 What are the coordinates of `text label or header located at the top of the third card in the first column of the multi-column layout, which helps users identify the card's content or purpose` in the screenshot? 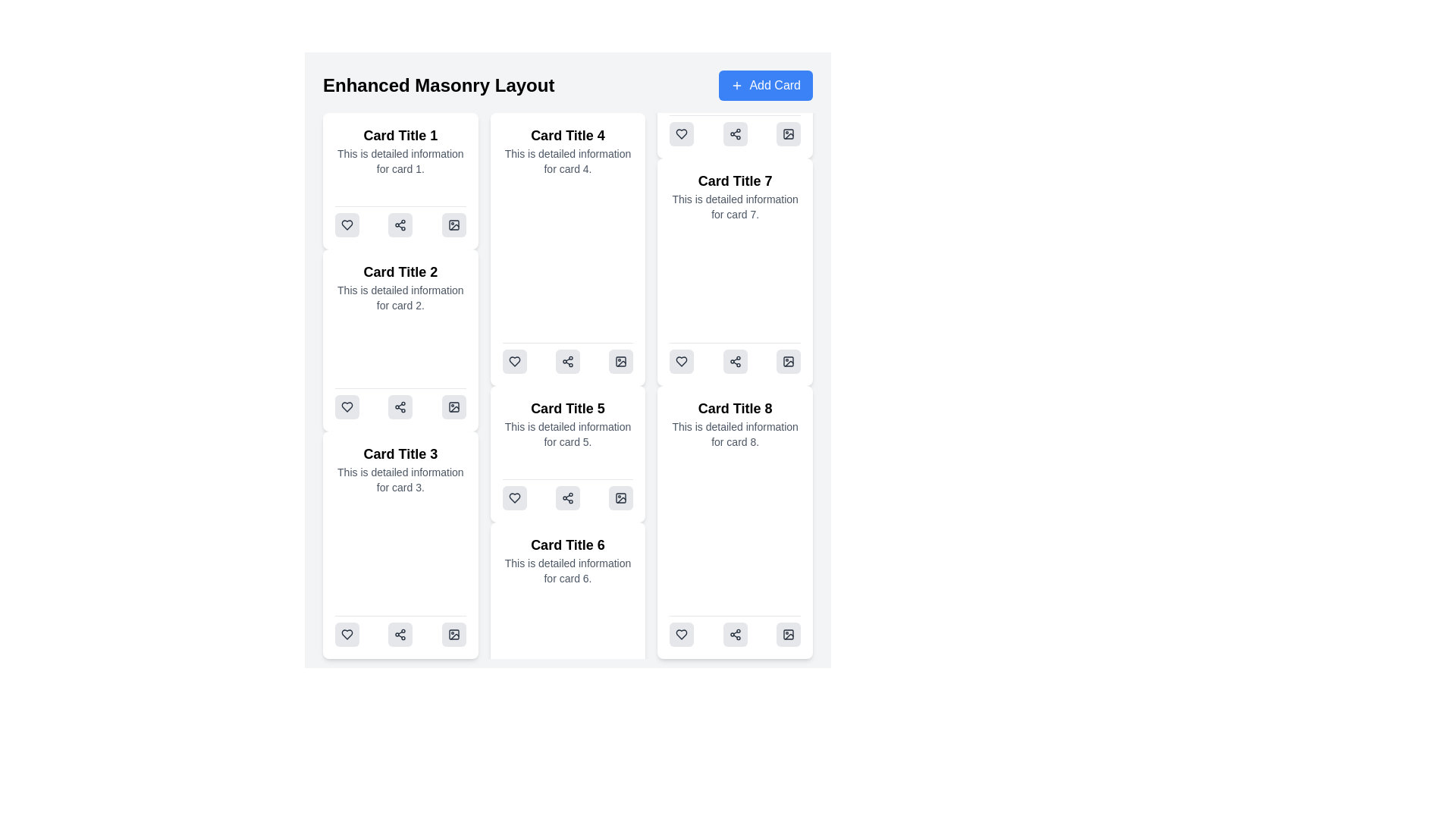 It's located at (400, 453).